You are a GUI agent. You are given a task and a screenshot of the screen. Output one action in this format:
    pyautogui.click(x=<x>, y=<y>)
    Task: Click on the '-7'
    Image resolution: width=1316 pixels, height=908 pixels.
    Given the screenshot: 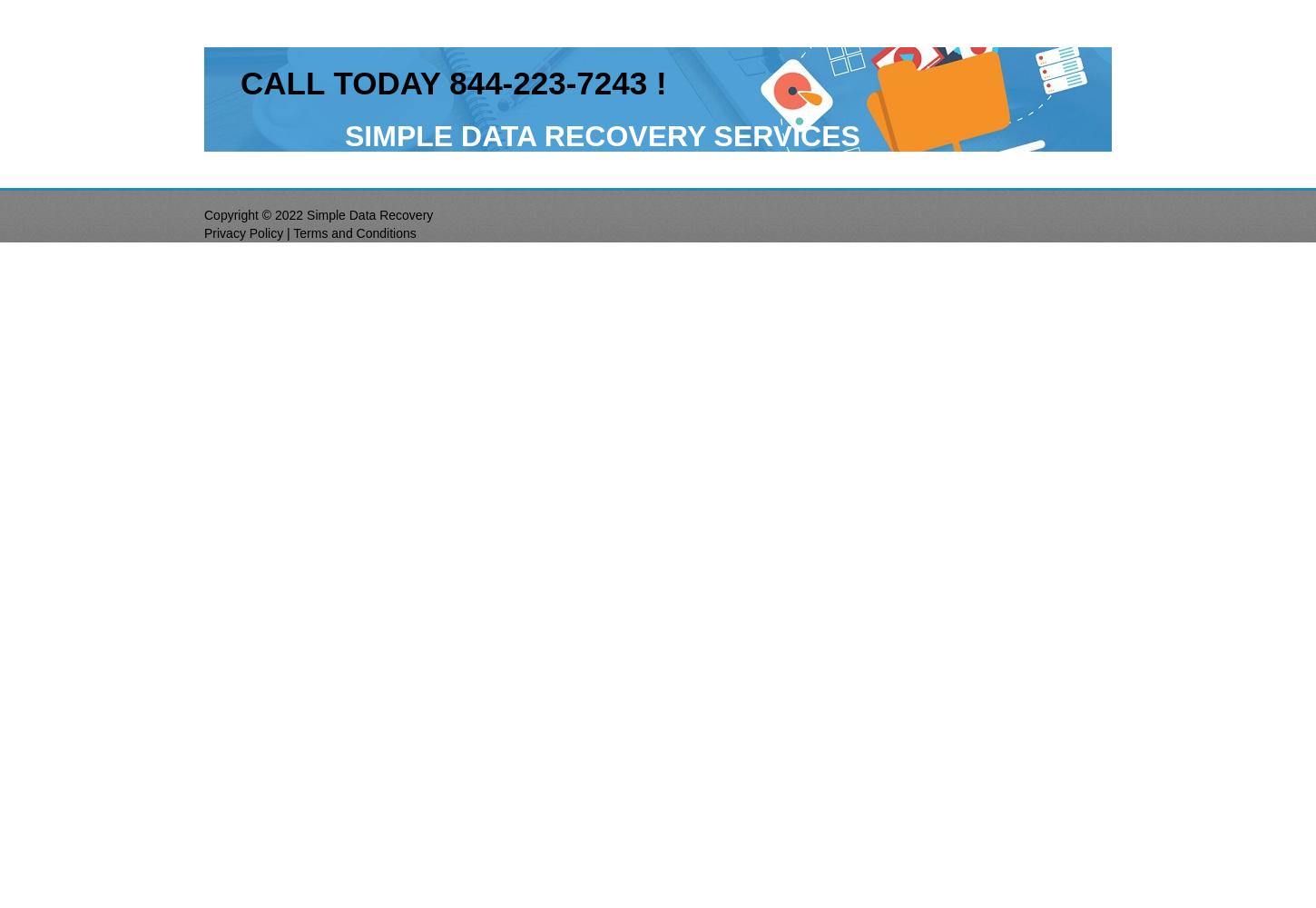 What is the action you would take?
    pyautogui.click(x=578, y=82)
    